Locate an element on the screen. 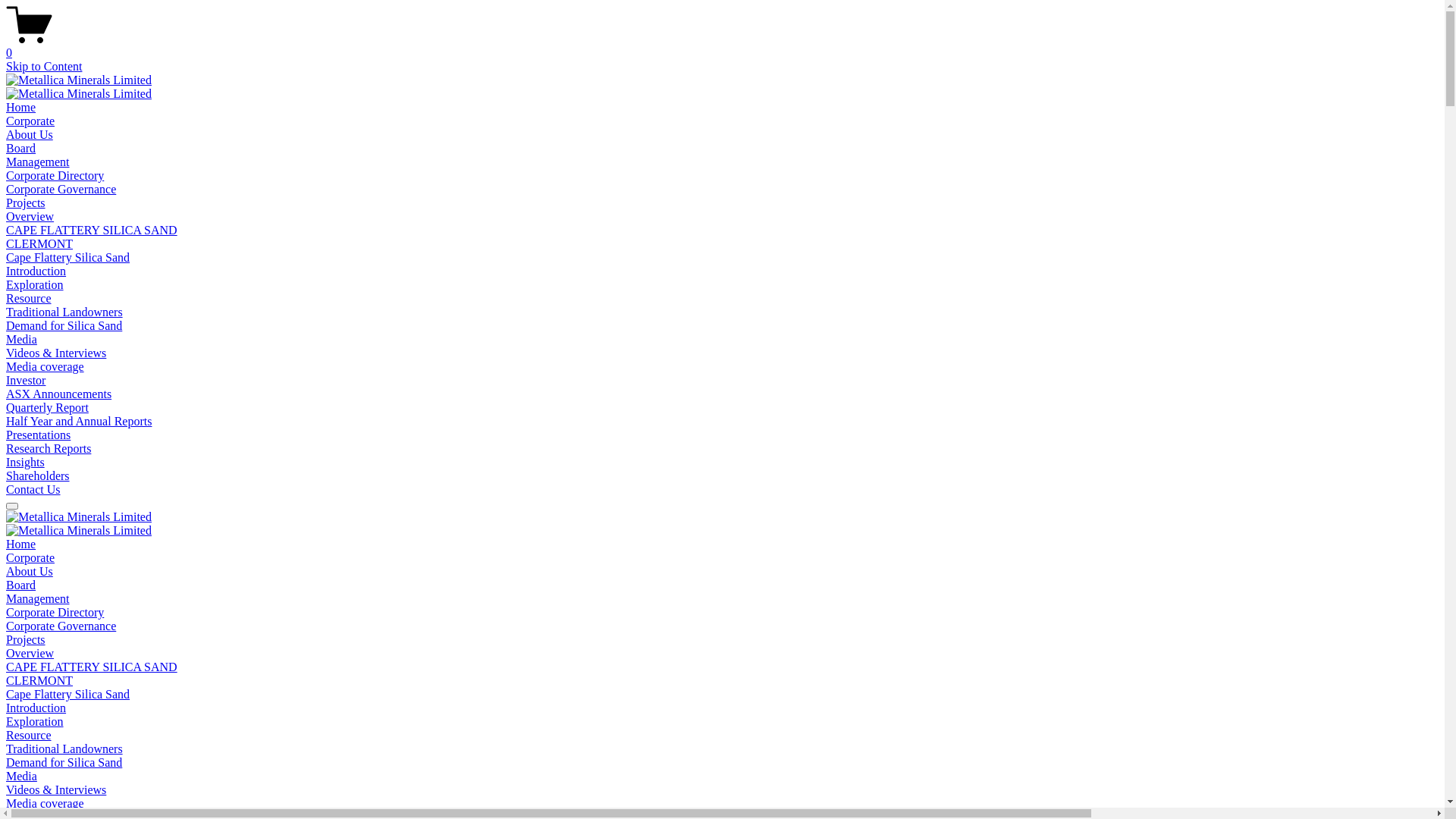  'Board' is located at coordinates (20, 584).